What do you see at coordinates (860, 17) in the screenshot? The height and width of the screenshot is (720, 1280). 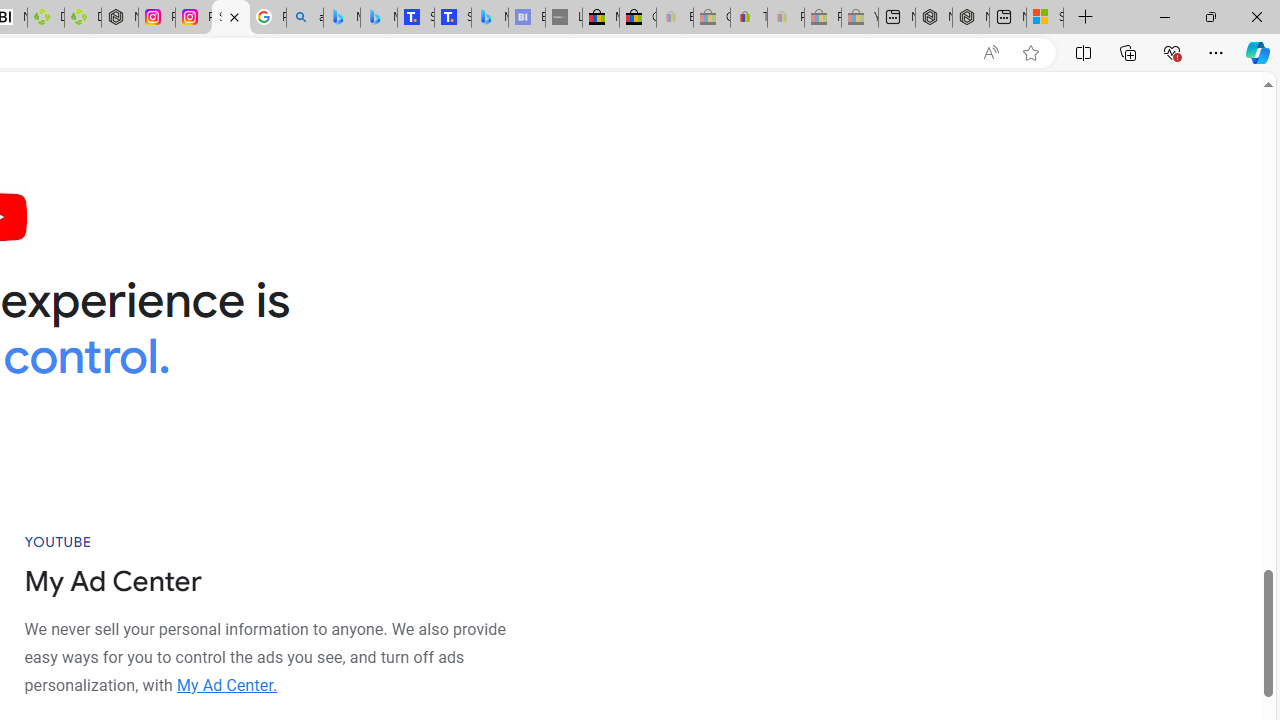 I see `'Yard, Garden & Outdoor Living - Sleeping'` at bounding box center [860, 17].